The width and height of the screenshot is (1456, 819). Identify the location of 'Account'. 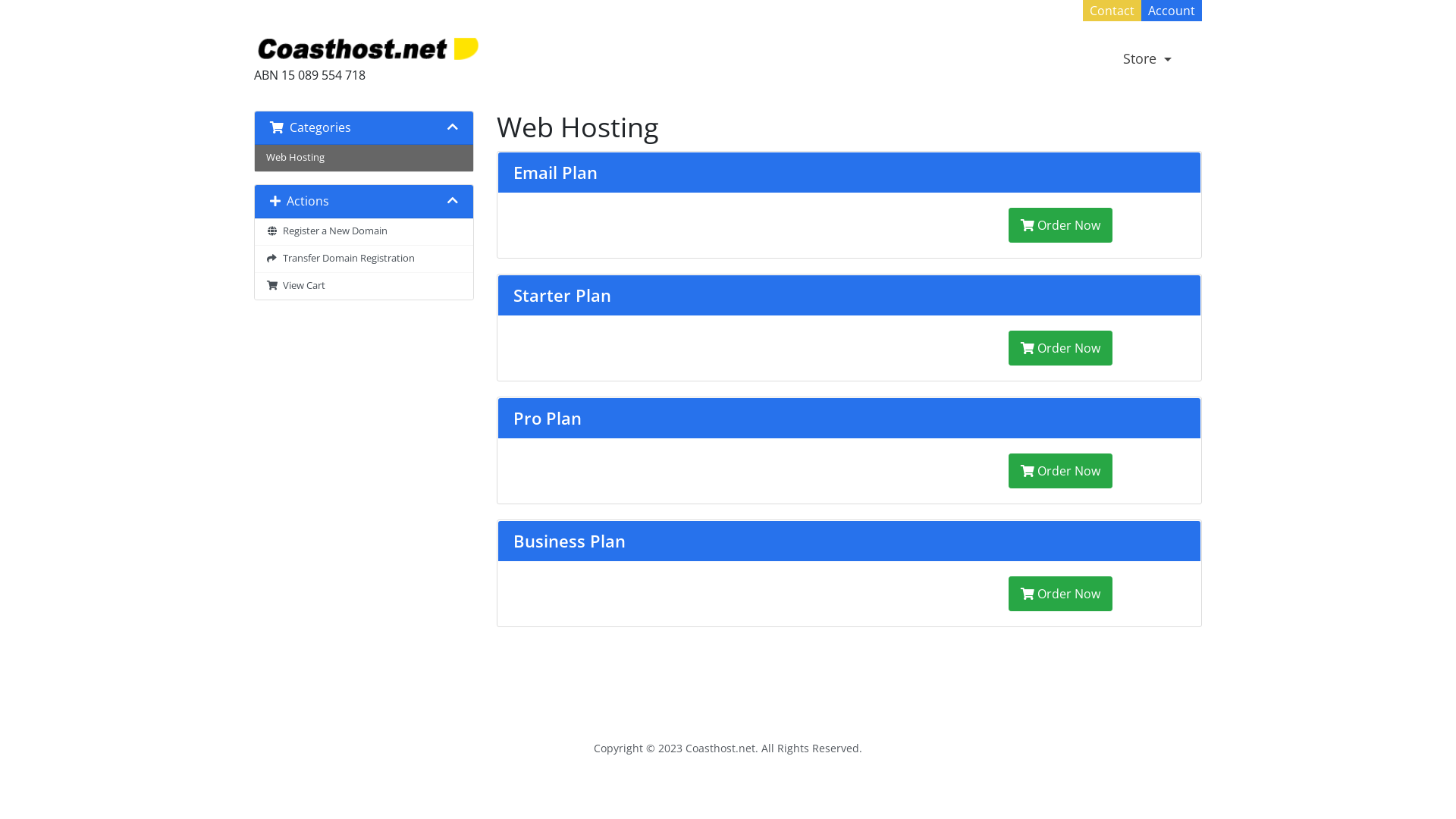
(1171, 11).